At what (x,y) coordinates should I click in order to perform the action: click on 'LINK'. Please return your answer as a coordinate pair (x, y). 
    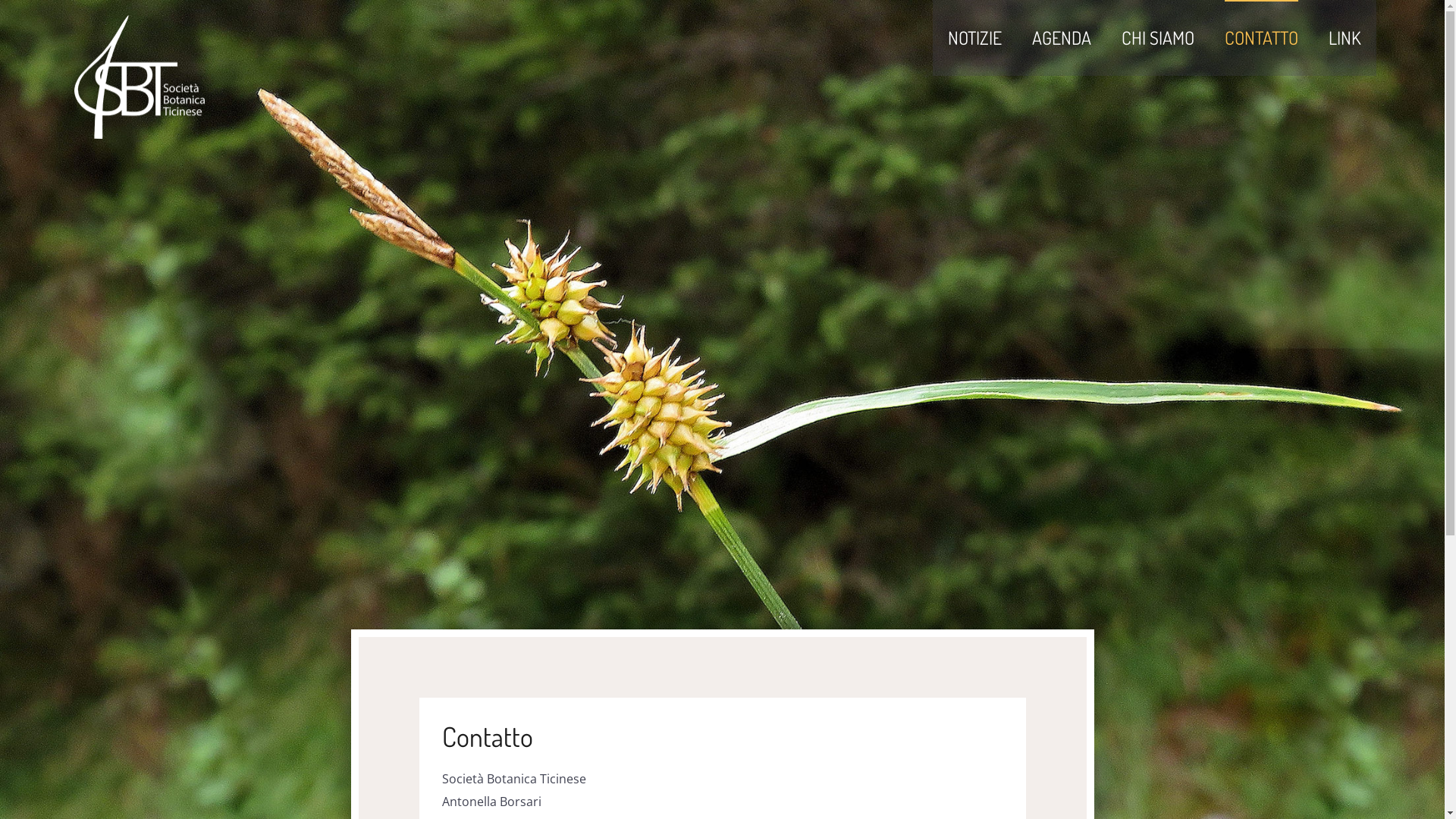
    Looking at the image, I should click on (1328, 37).